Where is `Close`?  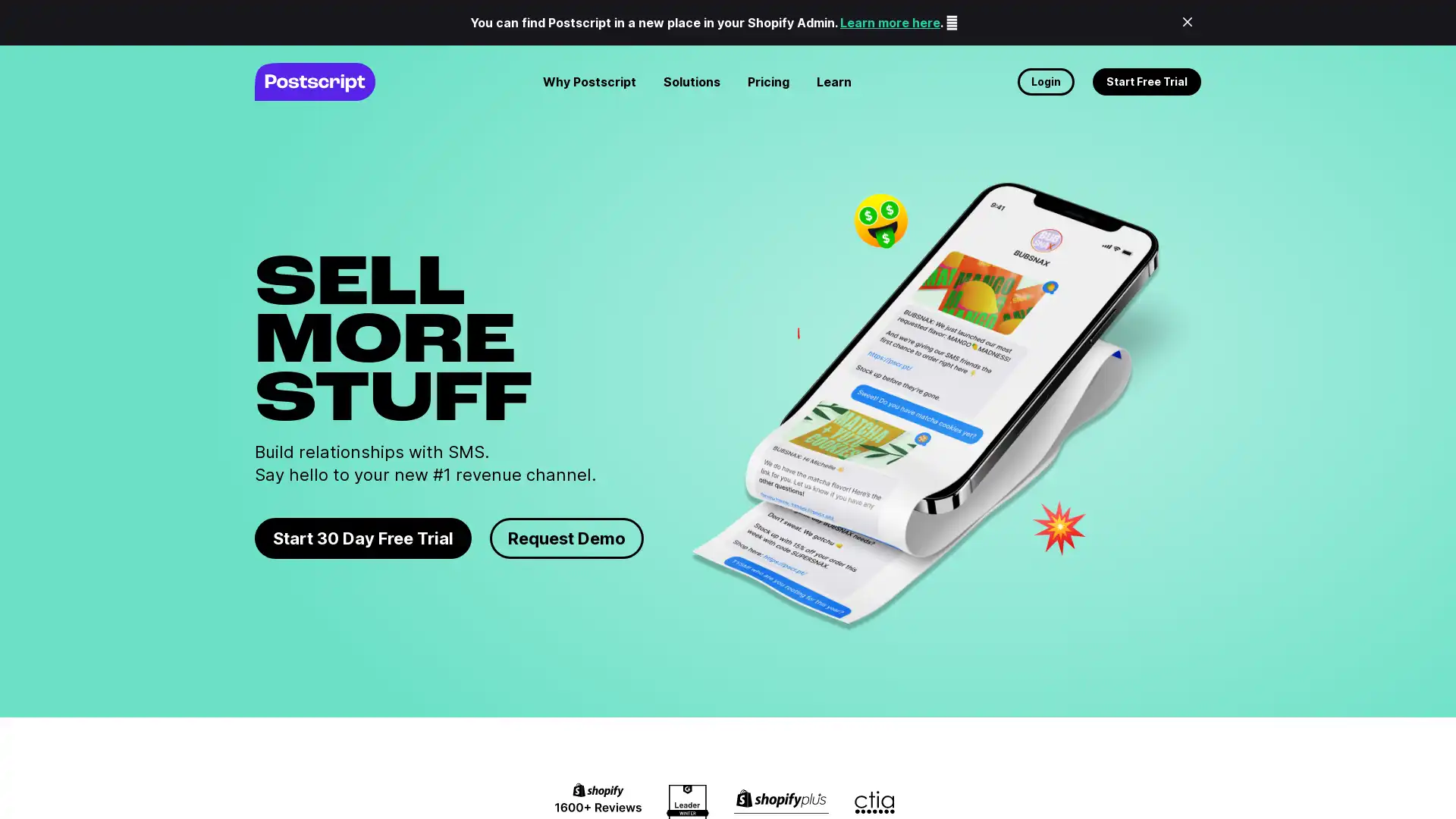
Close is located at coordinates (1422, 391).